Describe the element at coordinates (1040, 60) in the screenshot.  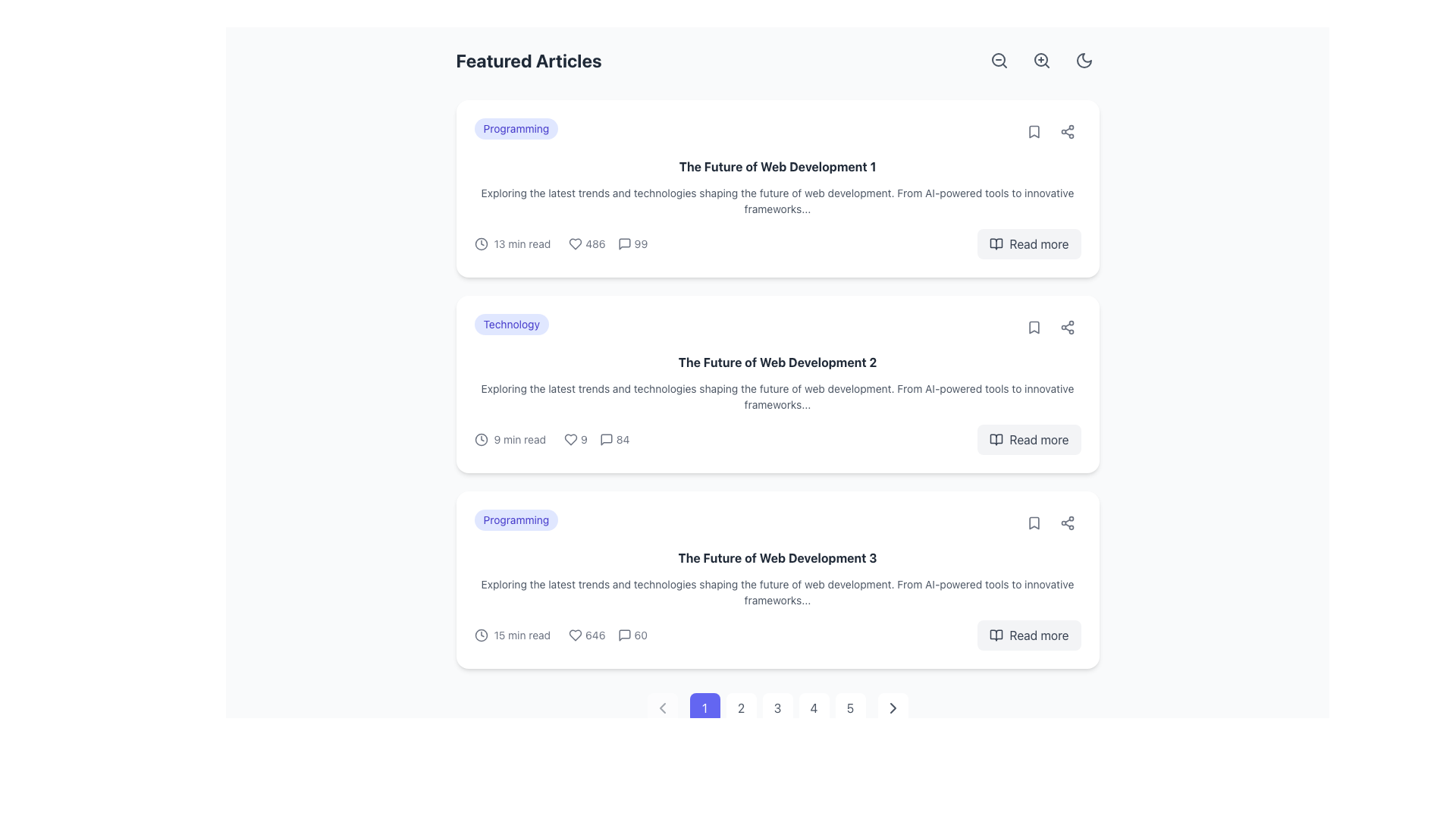
I see `the circular button featuring a magnifying glass icon with a plus symbol inside, located` at that location.